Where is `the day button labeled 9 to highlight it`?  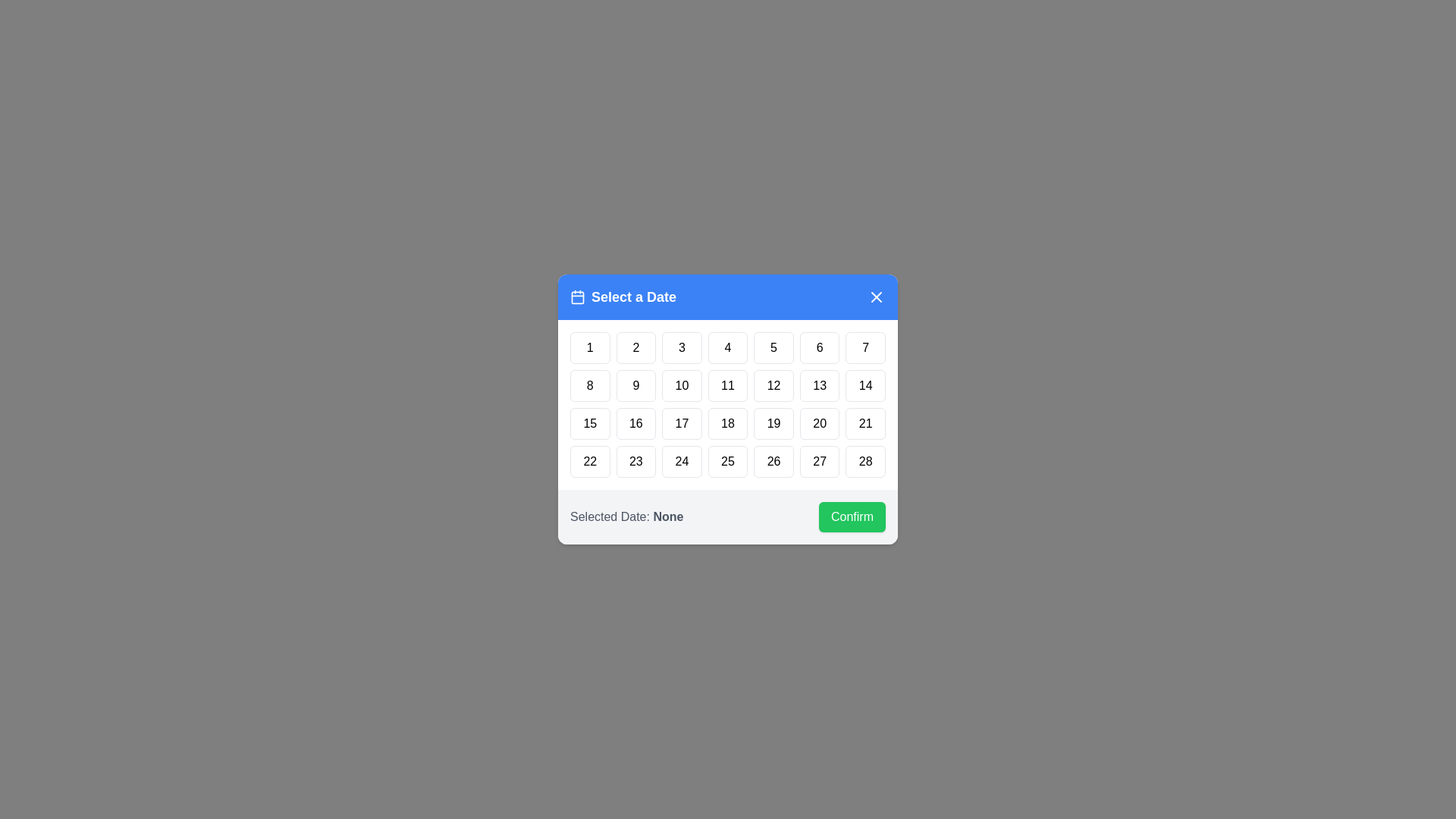 the day button labeled 9 to highlight it is located at coordinates (636, 385).